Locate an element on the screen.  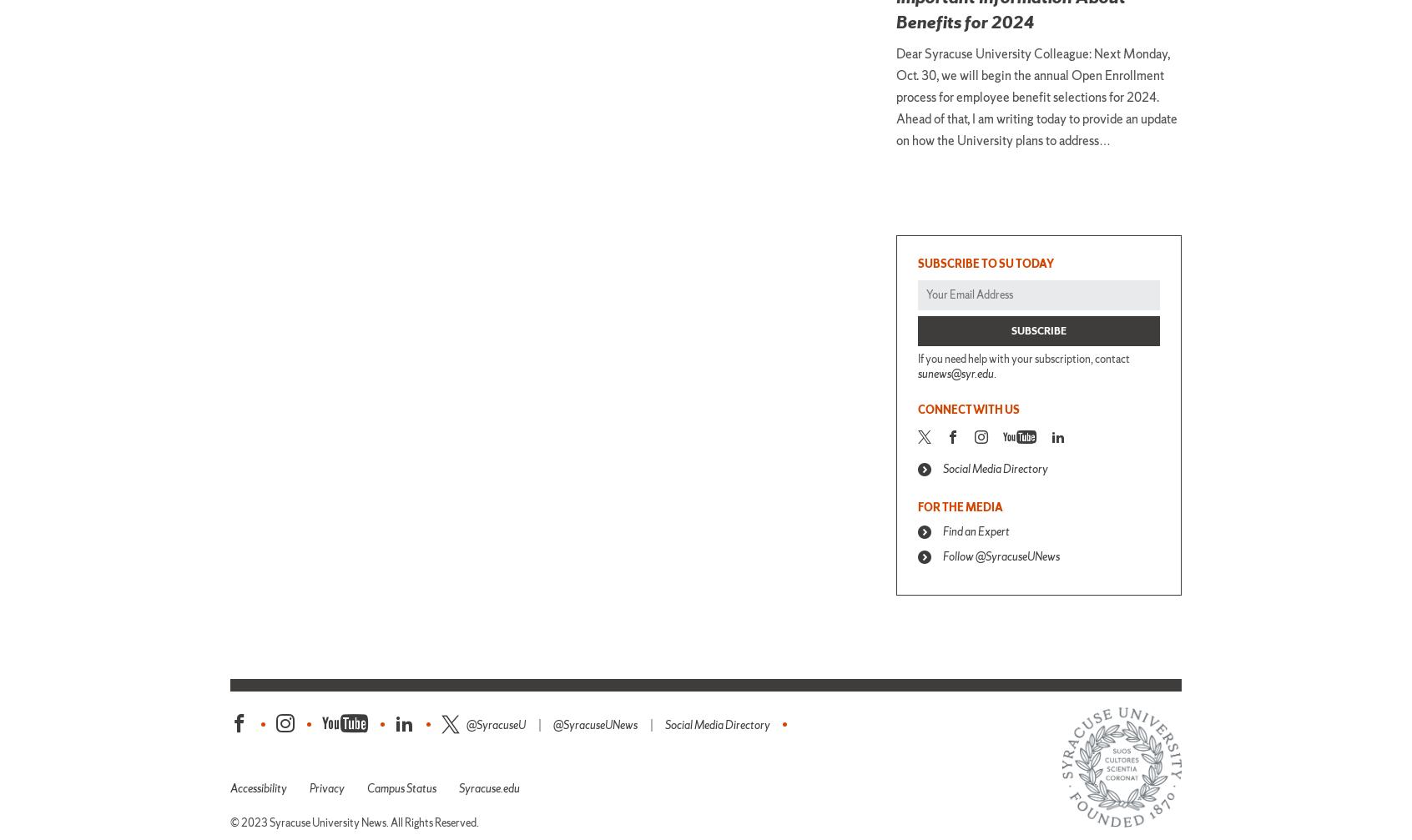
'Facebook' is located at coordinates (271, 722).